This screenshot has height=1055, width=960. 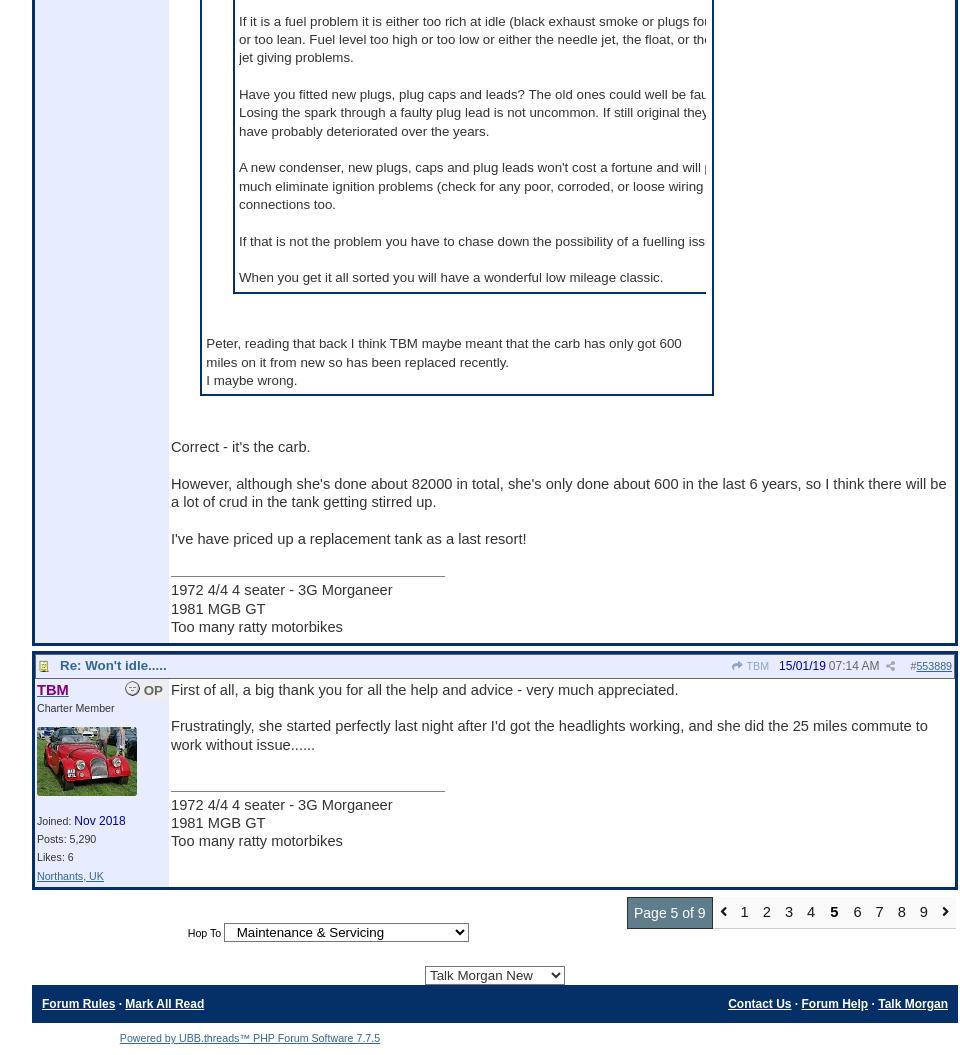 What do you see at coordinates (66, 837) in the screenshot?
I see `'Posts: 5,290'` at bounding box center [66, 837].